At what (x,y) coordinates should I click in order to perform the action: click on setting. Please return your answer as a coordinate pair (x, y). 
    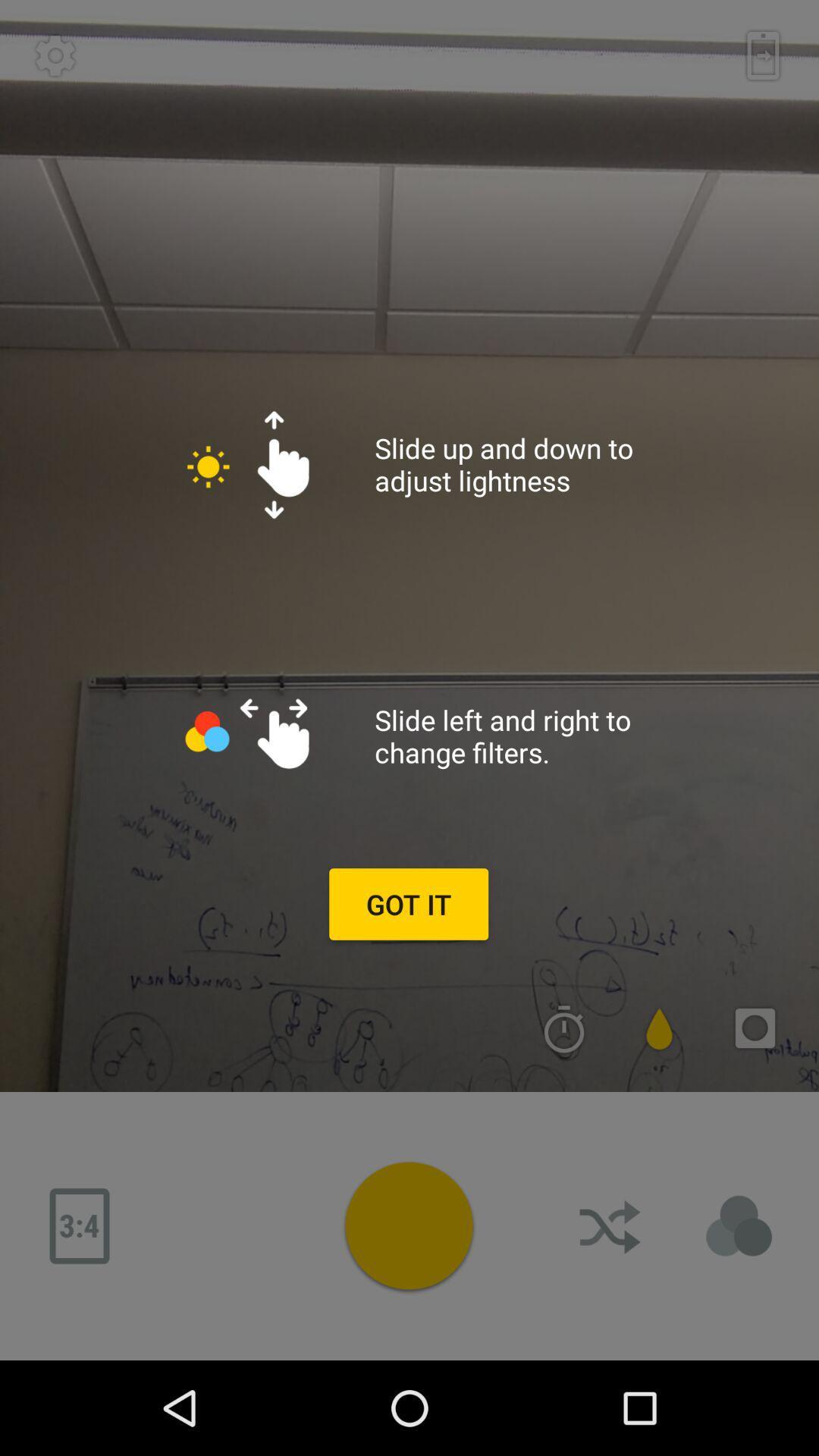
    Looking at the image, I should click on (55, 55).